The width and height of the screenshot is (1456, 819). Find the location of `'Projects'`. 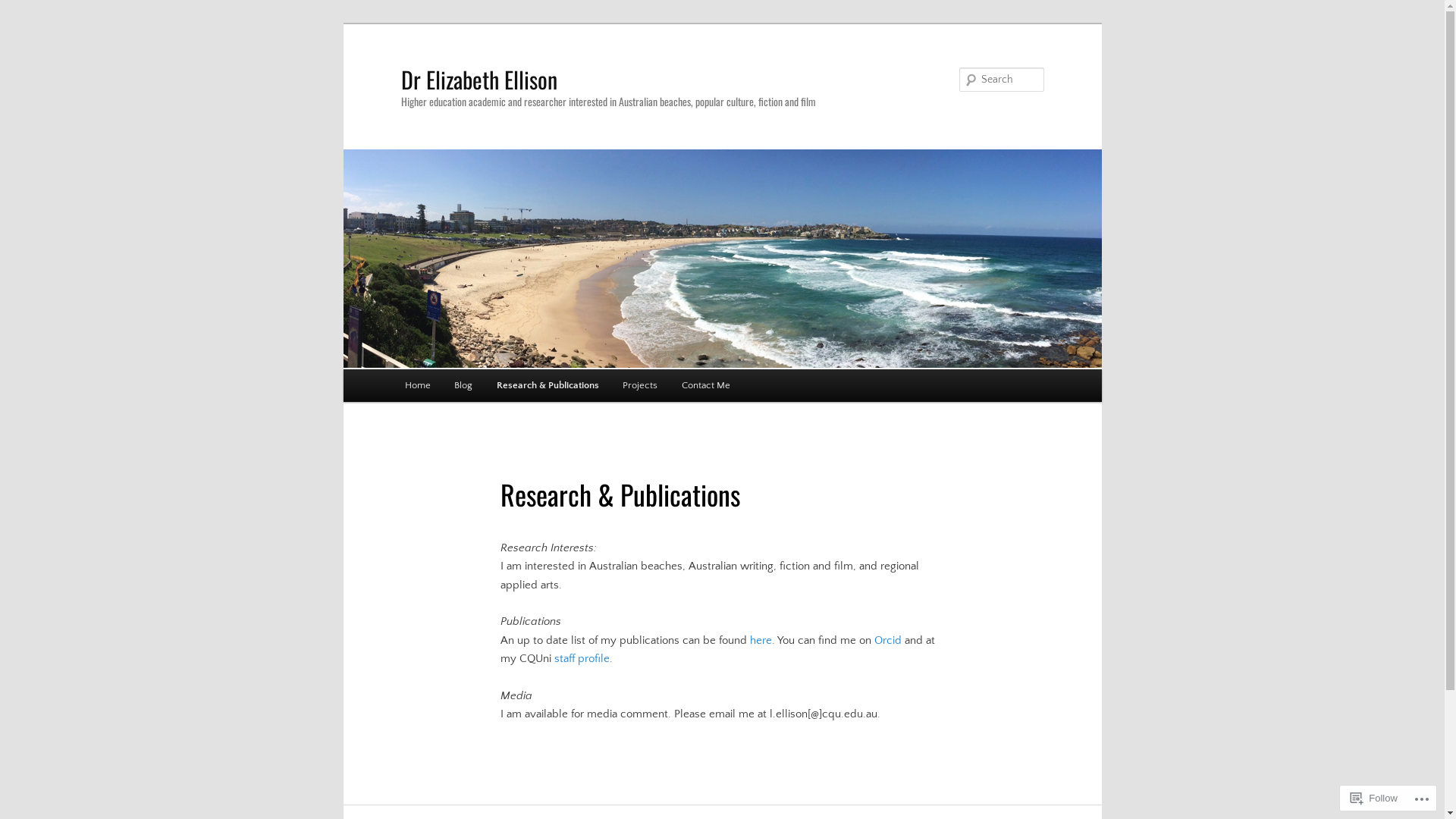

'Projects' is located at coordinates (640, 384).